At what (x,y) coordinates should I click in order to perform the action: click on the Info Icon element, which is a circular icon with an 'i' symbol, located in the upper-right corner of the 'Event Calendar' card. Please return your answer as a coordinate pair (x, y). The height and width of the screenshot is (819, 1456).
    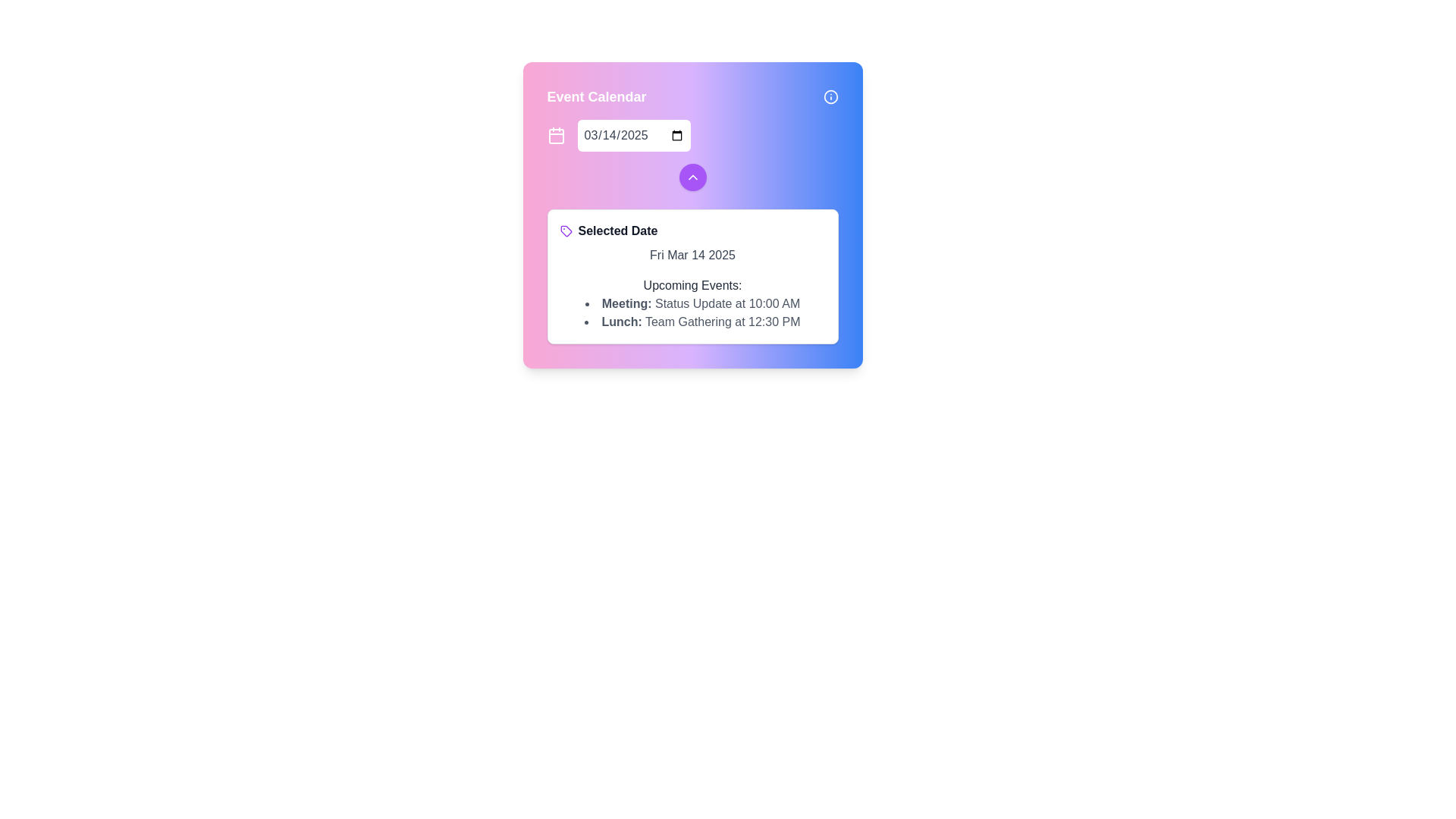
    Looking at the image, I should click on (830, 96).